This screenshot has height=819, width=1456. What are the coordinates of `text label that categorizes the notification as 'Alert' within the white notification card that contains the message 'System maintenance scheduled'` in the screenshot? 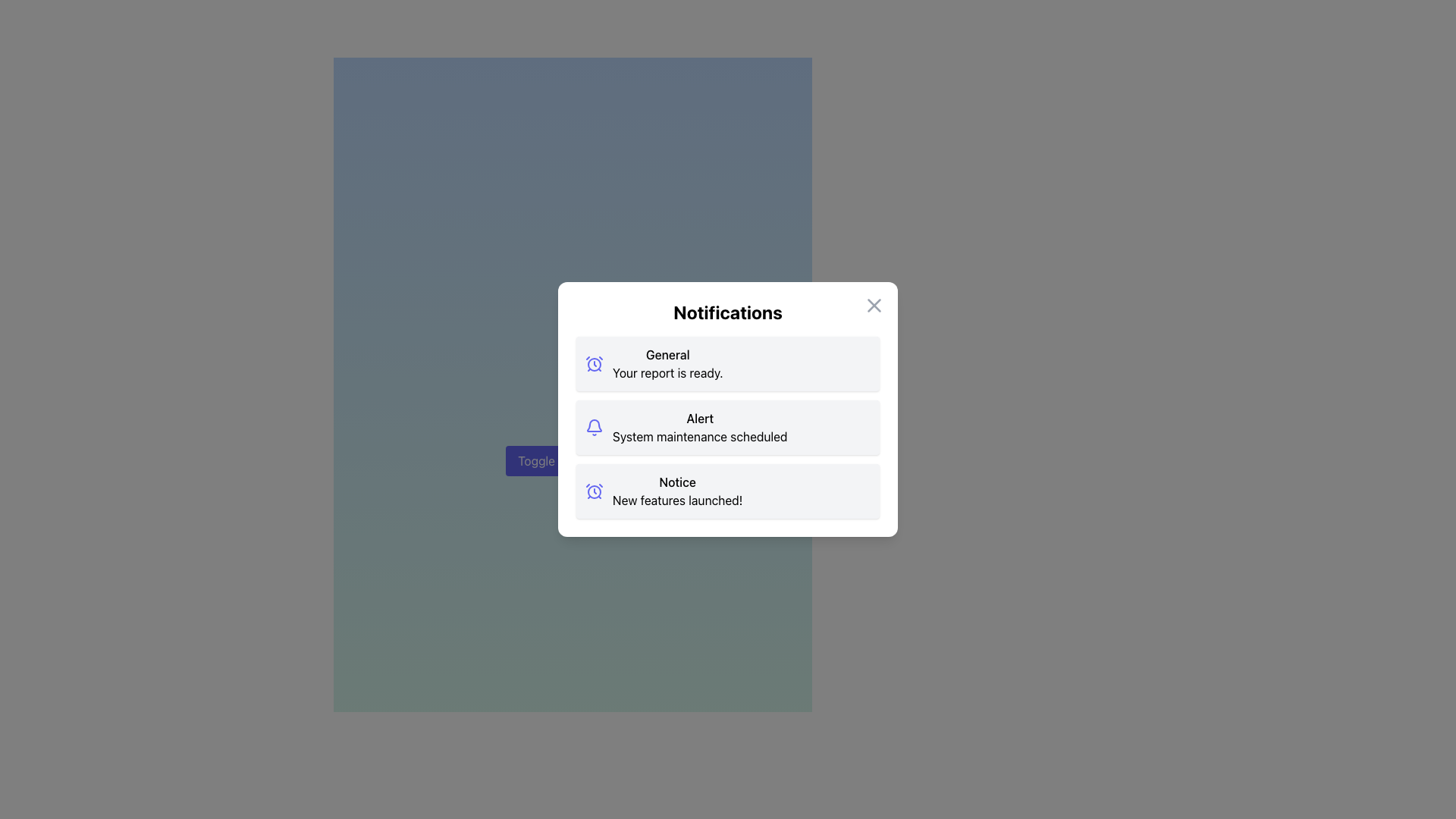 It's located at (699, 418).